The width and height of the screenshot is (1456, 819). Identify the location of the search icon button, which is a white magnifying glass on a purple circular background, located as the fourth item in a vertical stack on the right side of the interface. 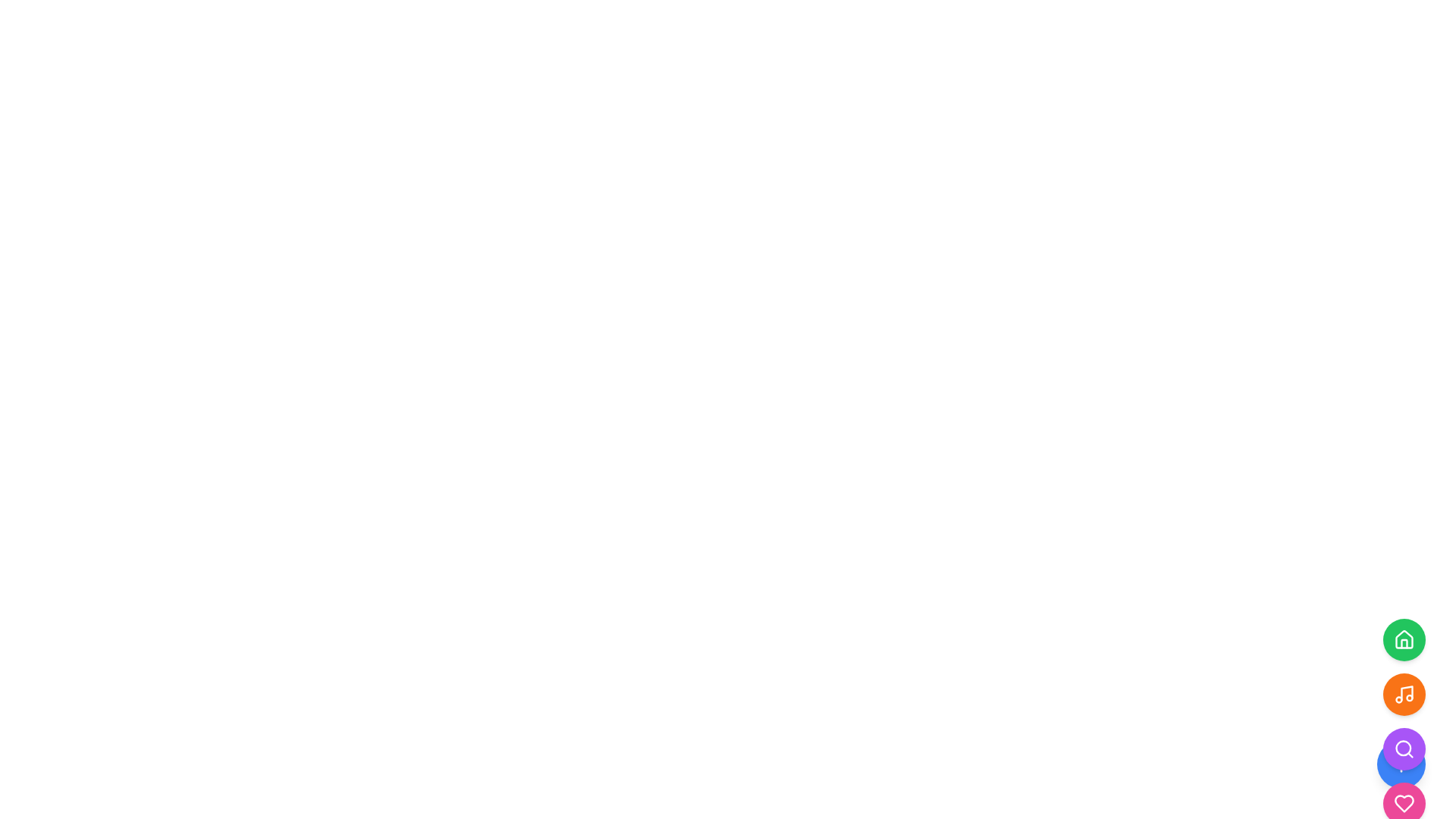
(1404, 748).